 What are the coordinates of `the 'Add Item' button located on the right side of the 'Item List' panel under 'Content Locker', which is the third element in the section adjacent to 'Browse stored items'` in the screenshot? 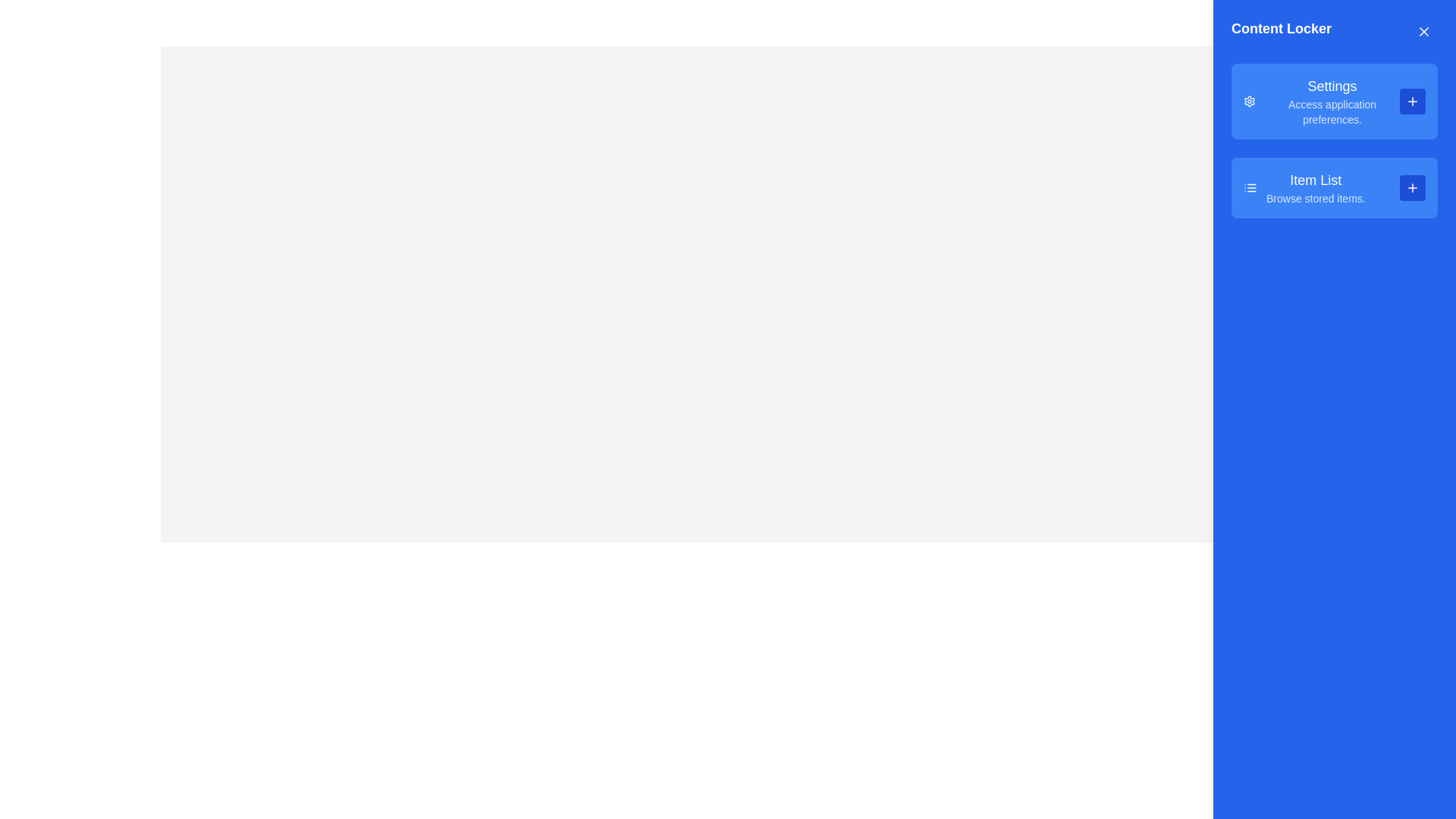 It's located at (1411, 187).